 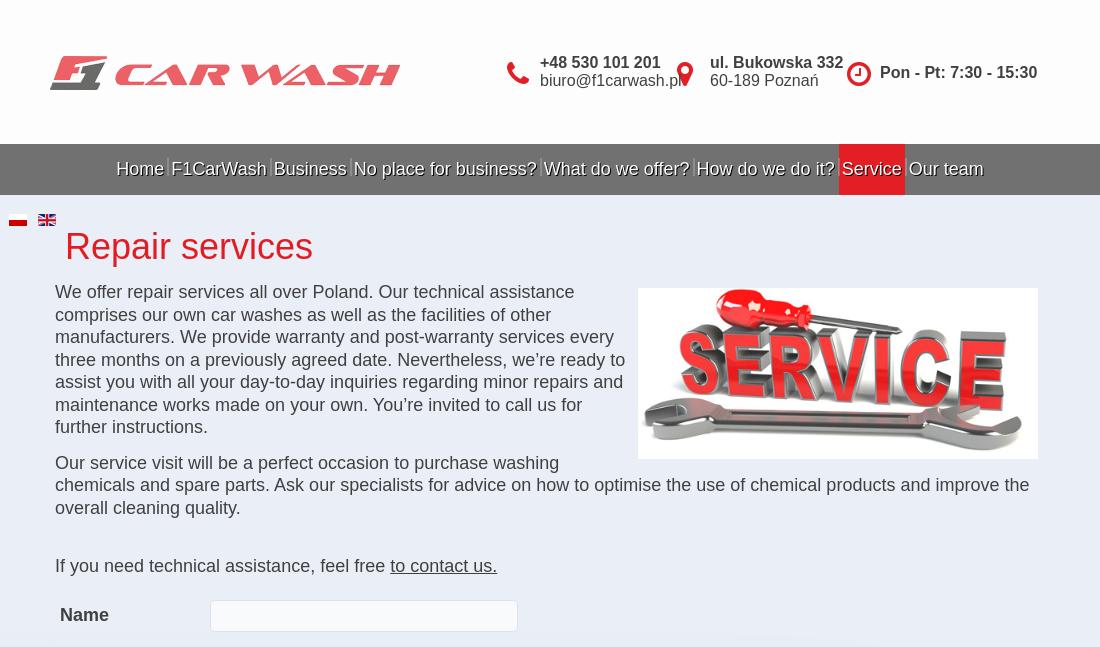 I want to click on 'Our team', so click(x=945, y=168).